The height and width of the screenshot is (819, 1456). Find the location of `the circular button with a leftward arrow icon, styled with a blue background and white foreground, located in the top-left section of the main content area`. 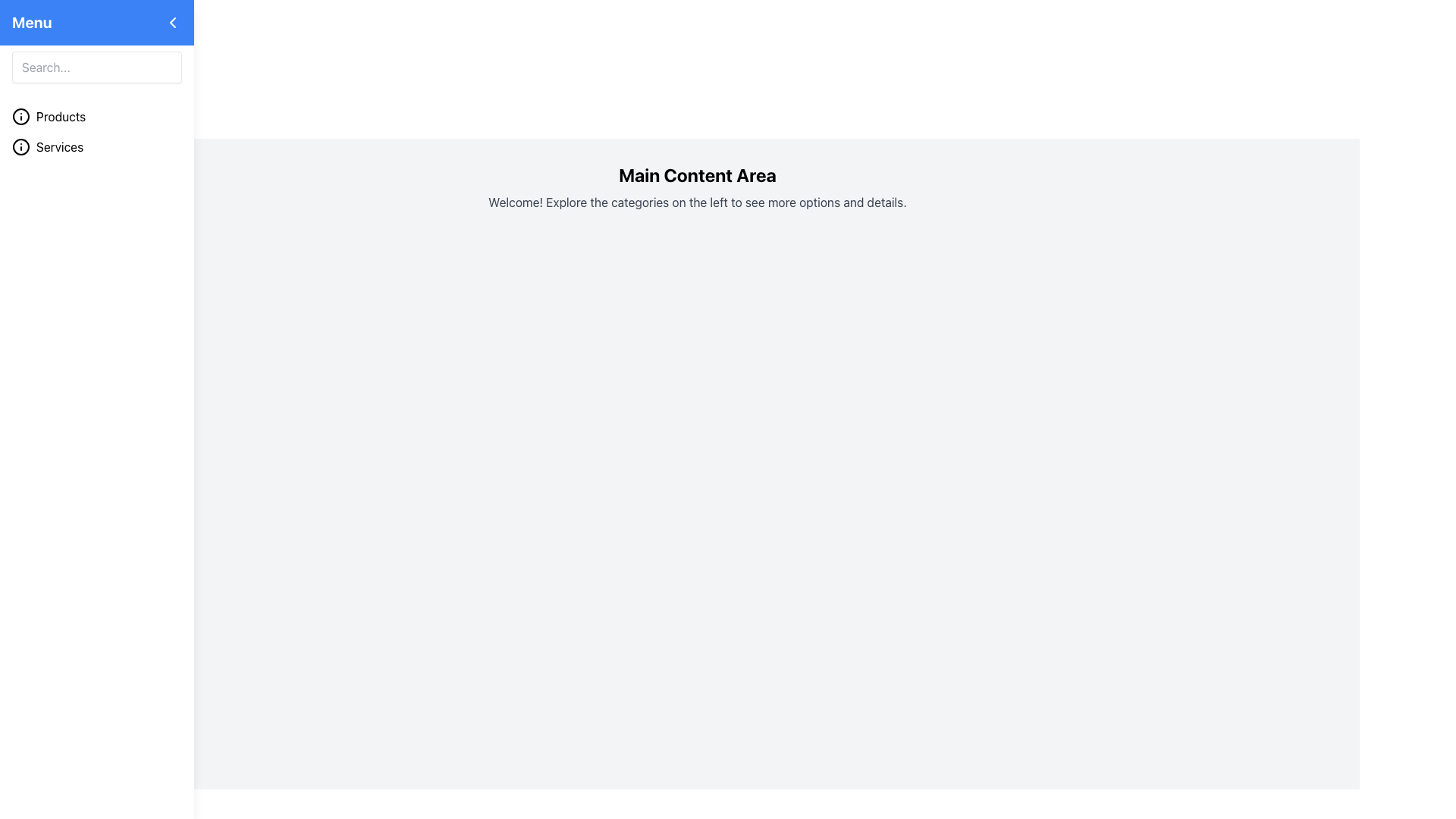

the circular button with a leftward arrow icon, styled with a blue background and white foreground, located in the top-left section of the main content area is located at coordinates (44, 148).